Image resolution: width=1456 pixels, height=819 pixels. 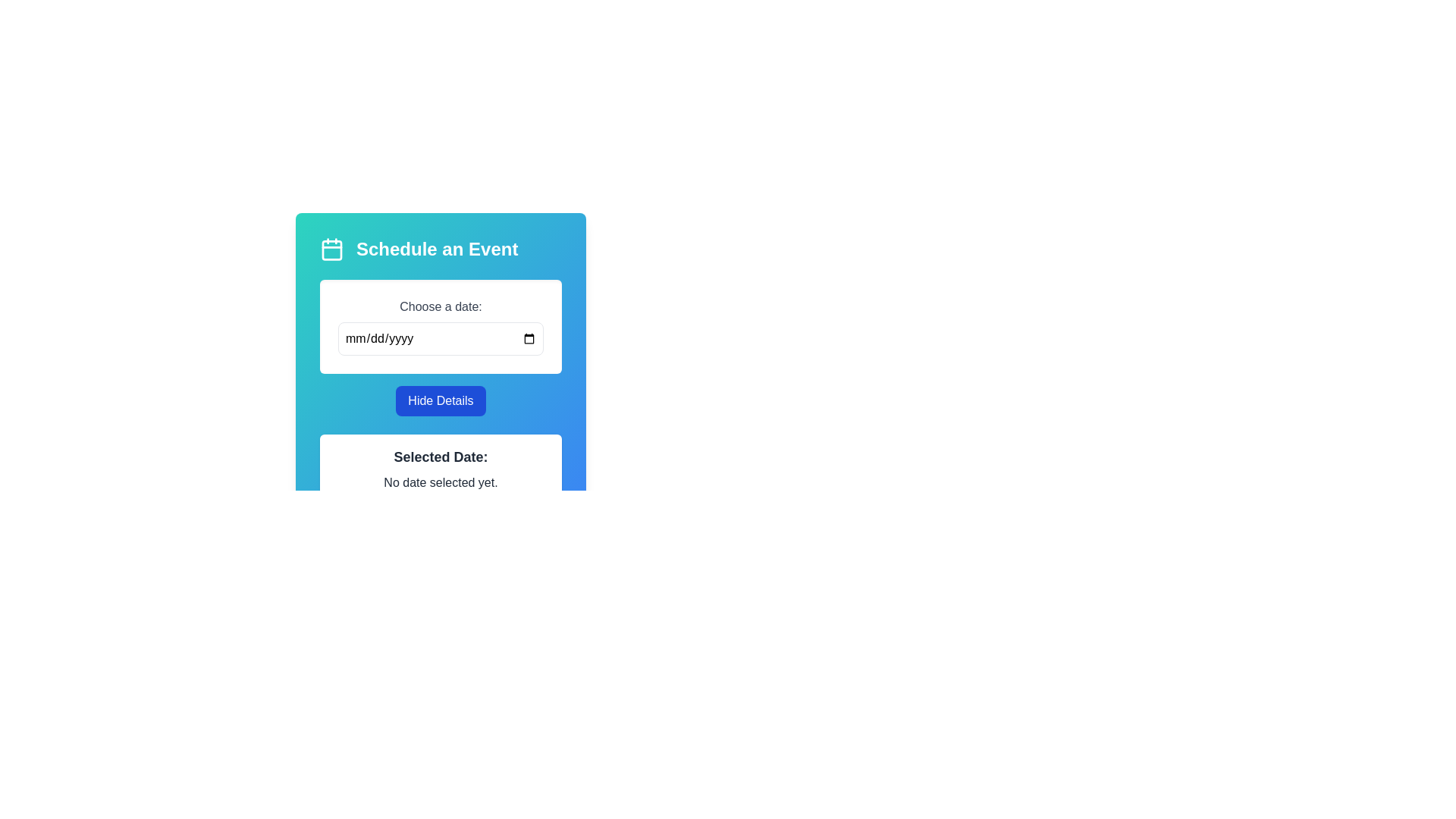 What do you see at coordinates (331, 249) in the screenshot?
I see `the main body of the calendar icon represented by the SVG rectangle, located beside the 'Schedule an Event' header` at bounding box center [331, 249].